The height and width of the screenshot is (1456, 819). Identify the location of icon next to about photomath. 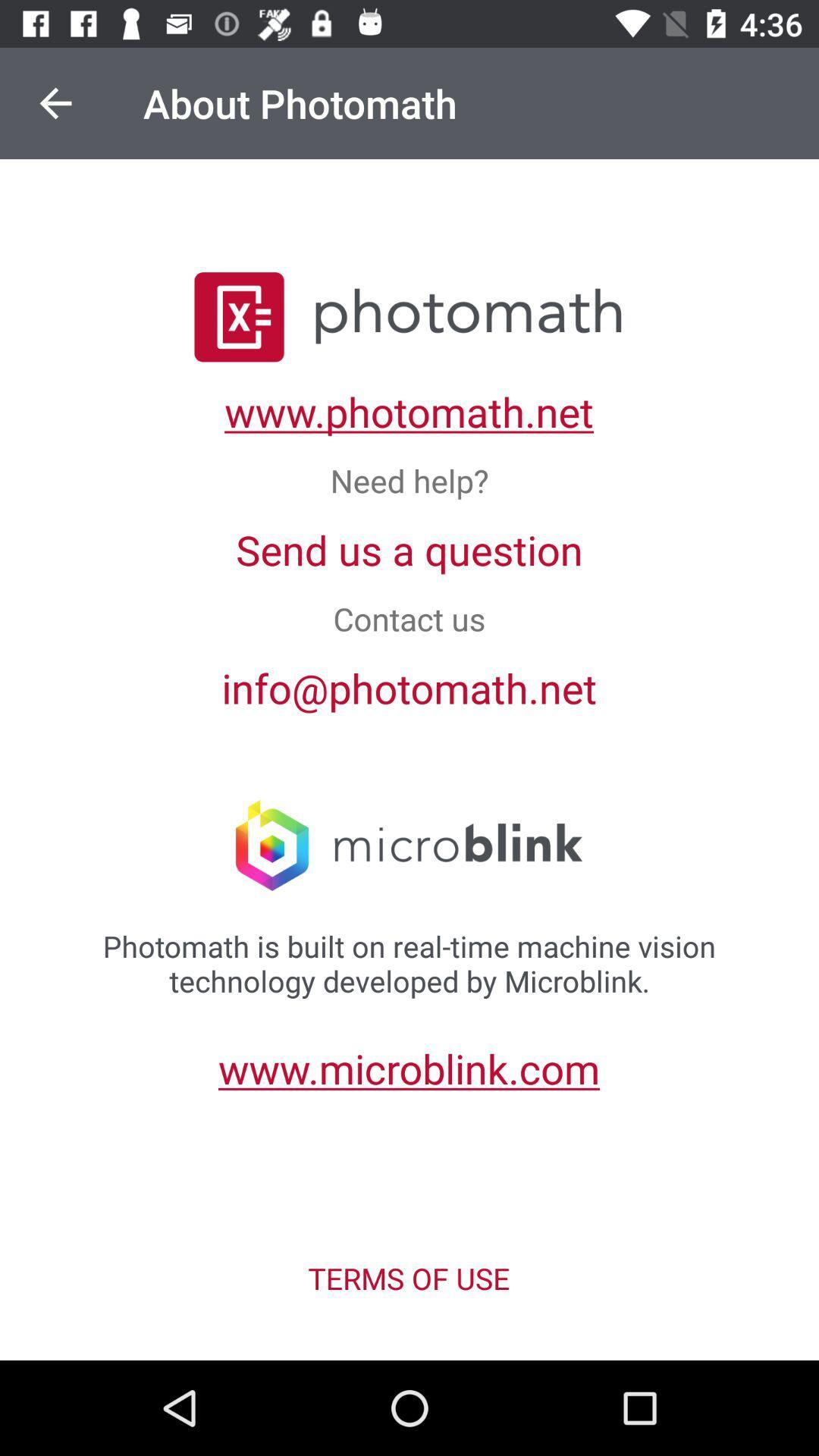
(55, 102).